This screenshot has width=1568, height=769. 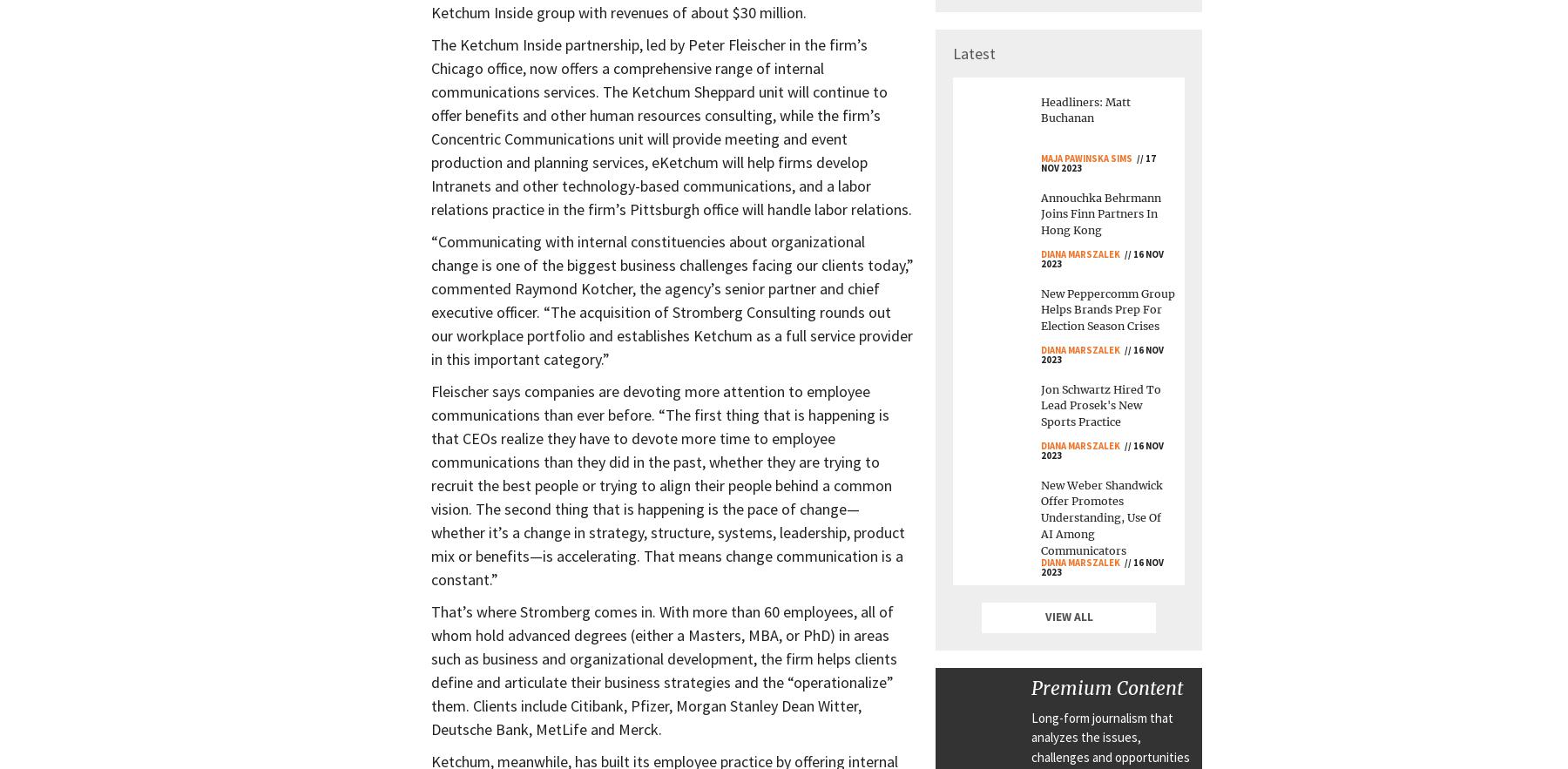 What do you see at coordinates (1100, 404) in the screenshot?
I see `'Jon Schwartz Hired To Lead Prosek's New Sports Practice'` at bounding box center [1100, 404].